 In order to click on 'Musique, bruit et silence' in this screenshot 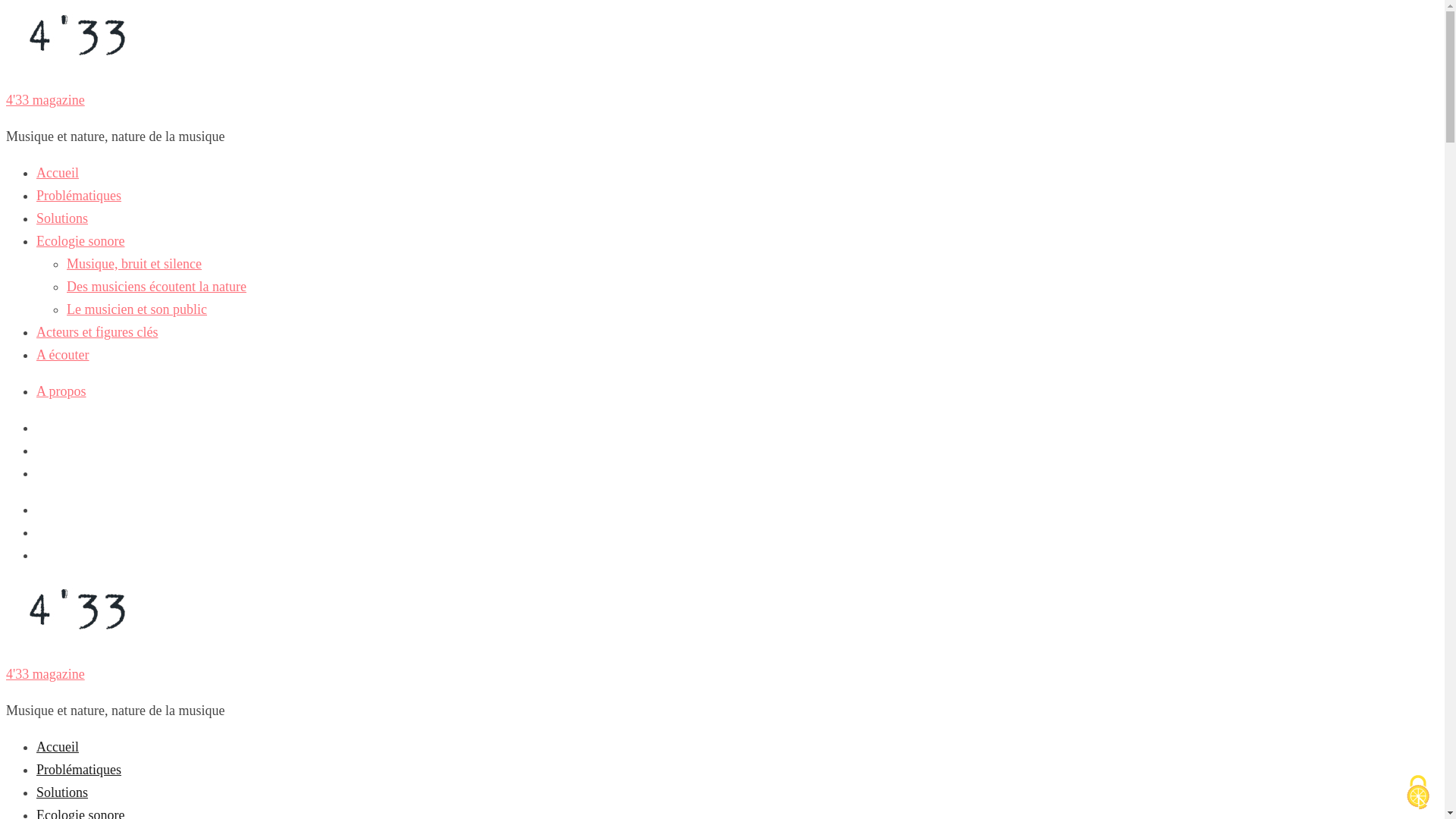, I will do `click(134, 262)`.